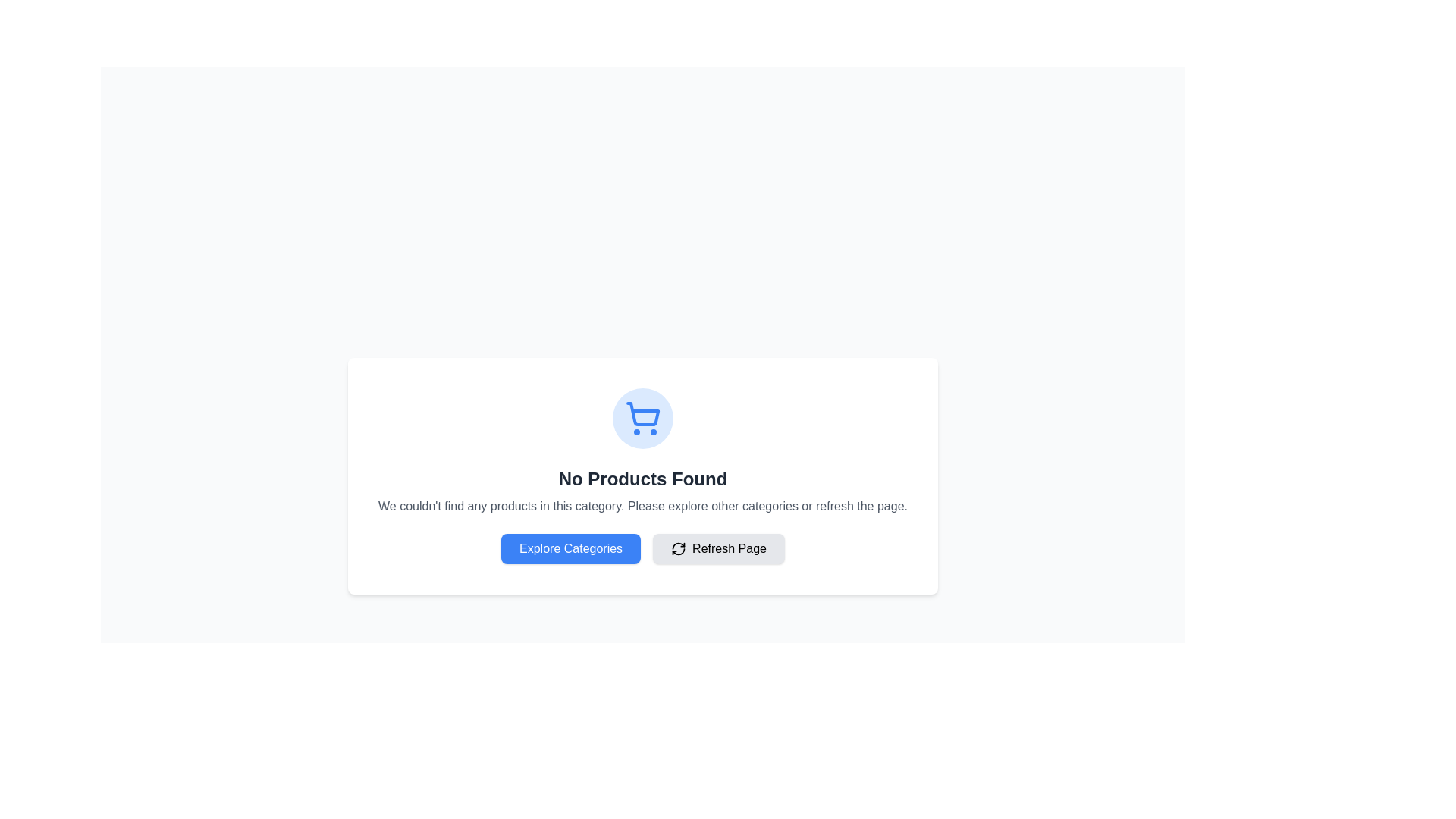 Image resolution: width=1456 pixels, height=819 pixels. I want to click on the cart icon, which is centered within a blue, rounded background, located near the top of a white card displaying a 'No Products Found' message, so click(643, 418).